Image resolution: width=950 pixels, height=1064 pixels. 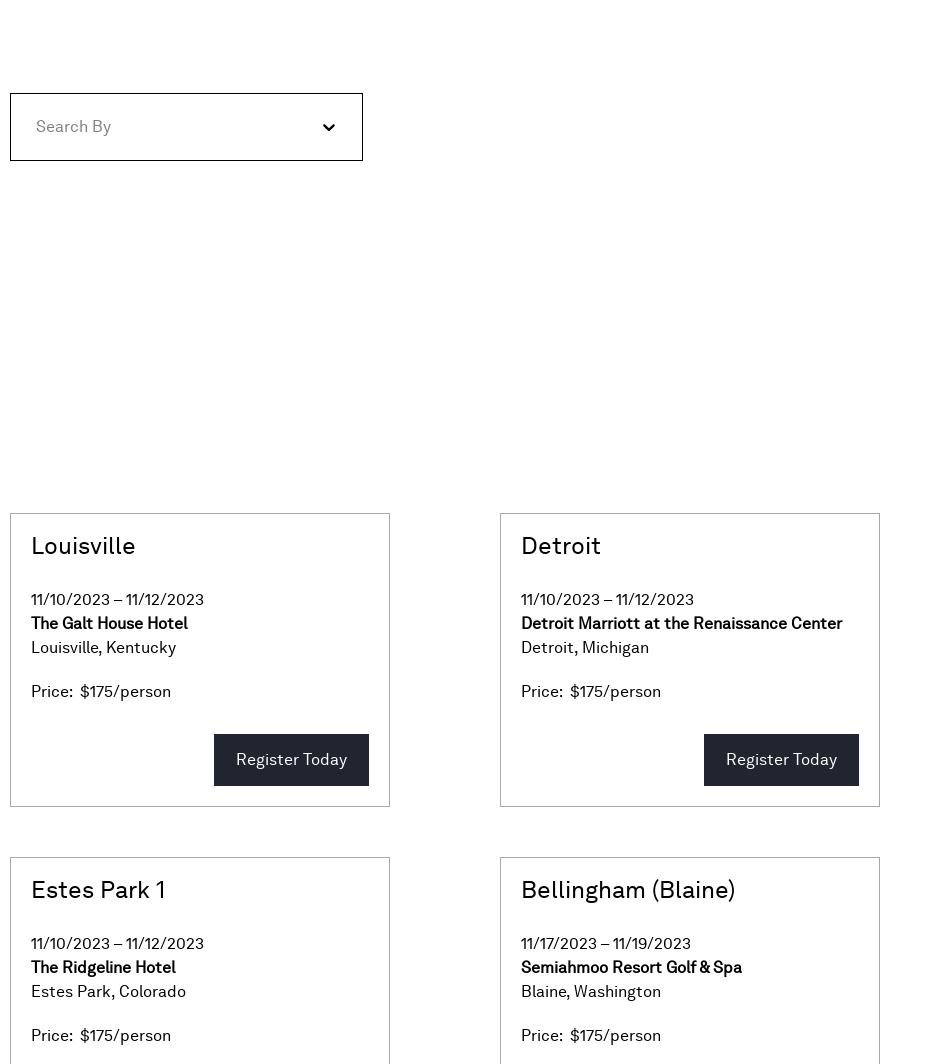 I want to click on 'Estes Park', so click(x=70, y=991).